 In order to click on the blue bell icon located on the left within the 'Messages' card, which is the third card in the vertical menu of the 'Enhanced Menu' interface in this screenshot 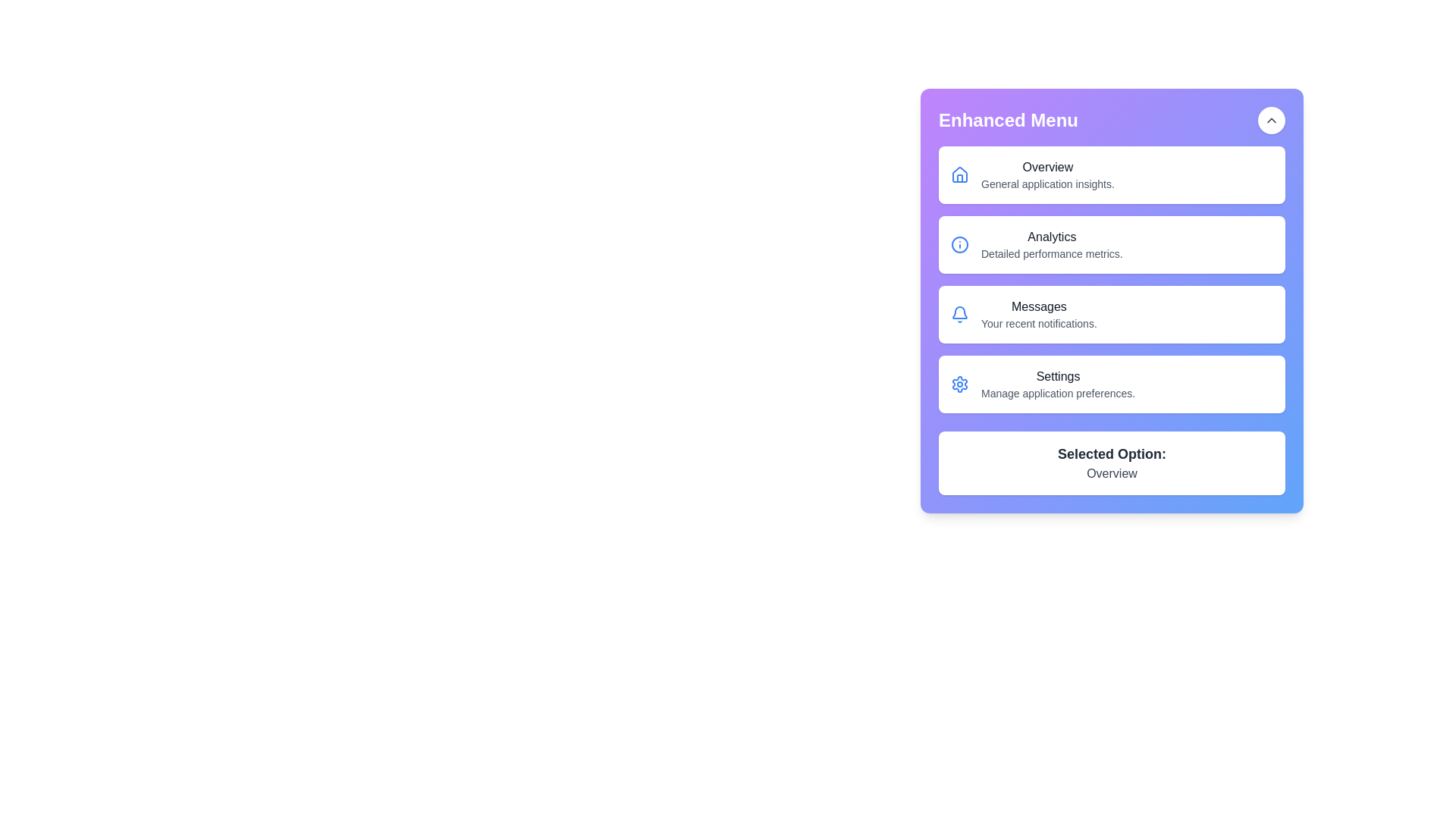, I will do `click(959, 314)`.